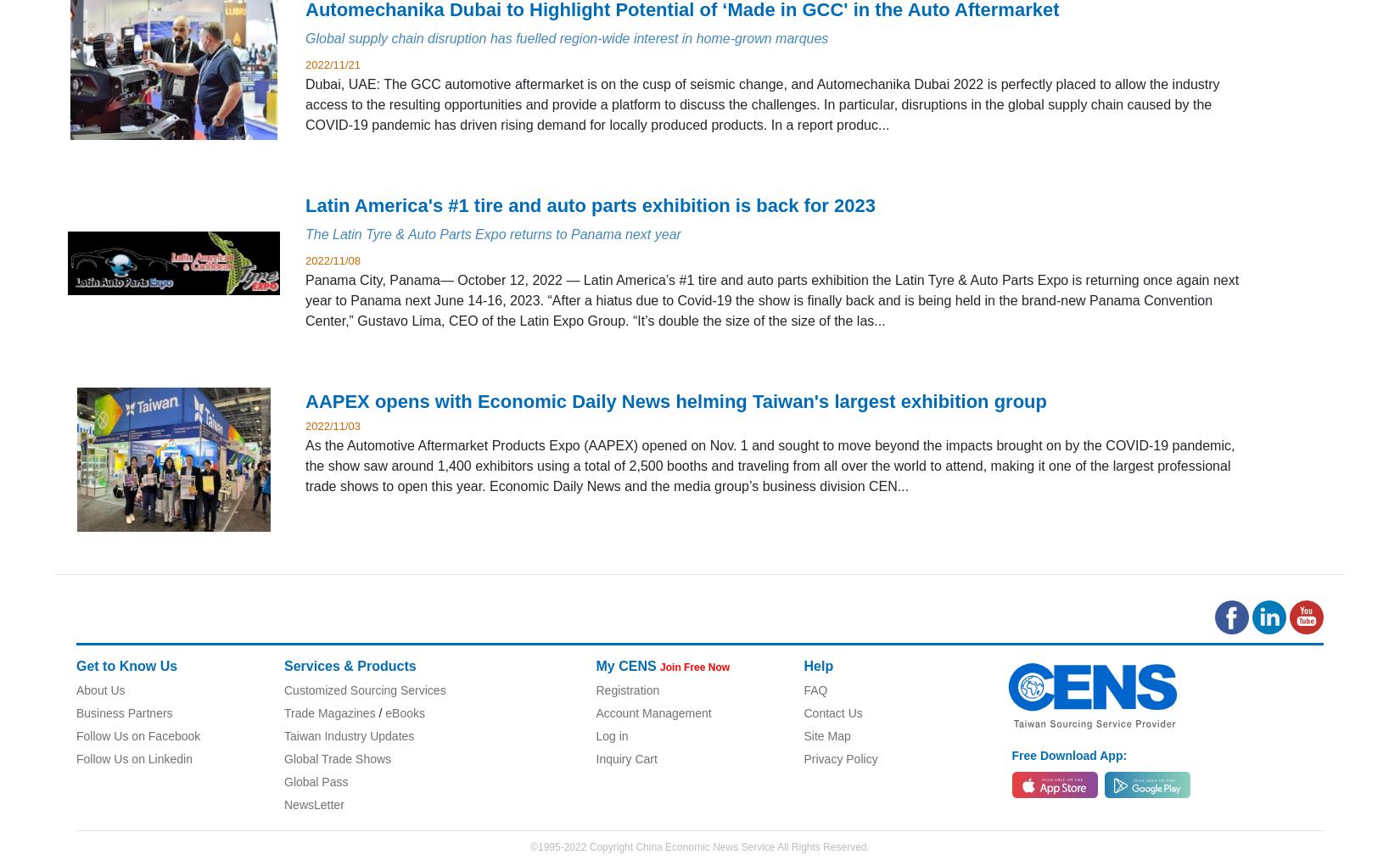  What do you see at coordinates (349, 734) in the screenshot?
I see `'Taiwan Industry Updates'` at bounding box center [349, 734].